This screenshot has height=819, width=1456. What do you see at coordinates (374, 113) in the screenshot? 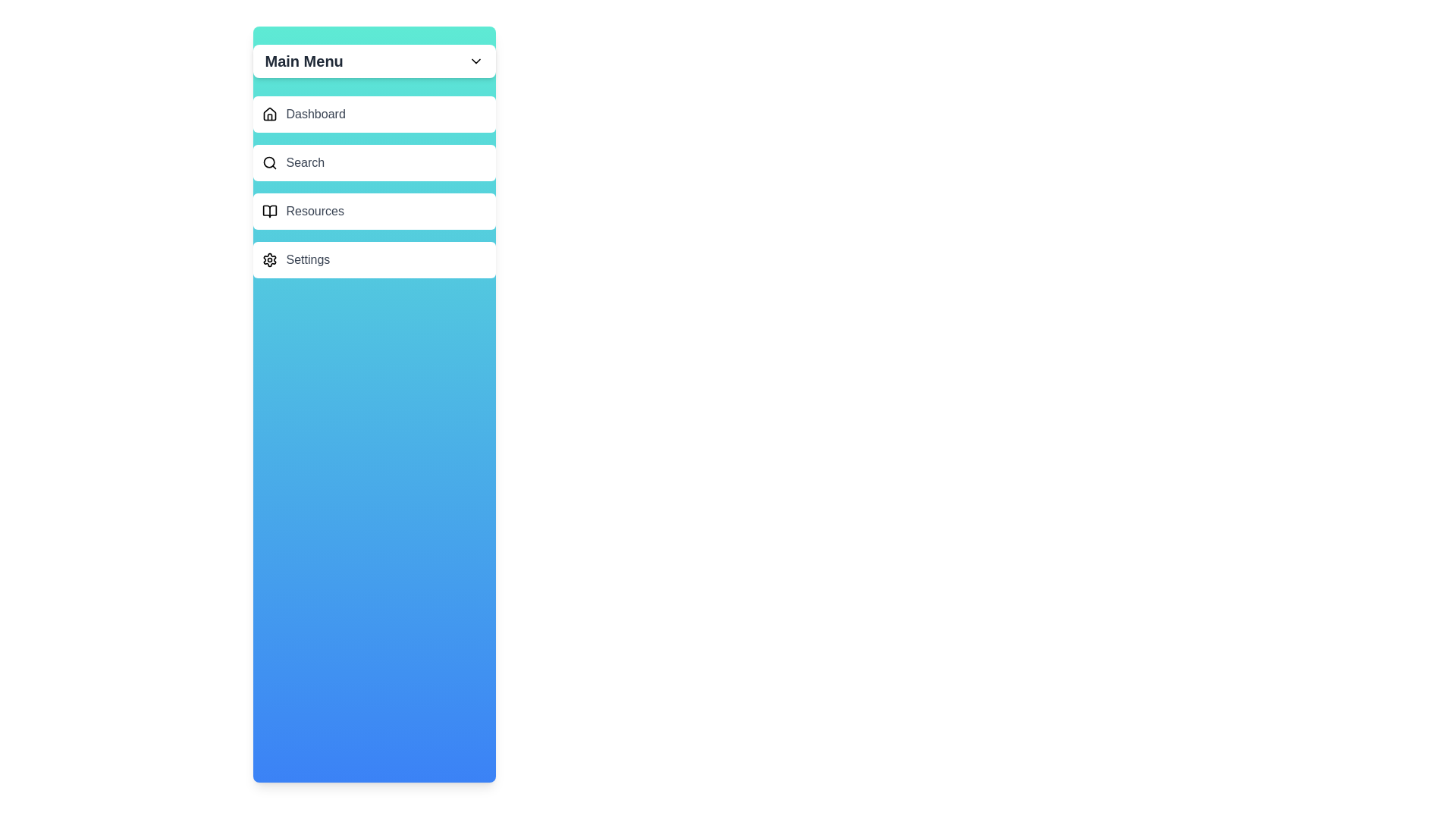
I see `the menu item labeled Dashboard` at bounding box center [374, 113].